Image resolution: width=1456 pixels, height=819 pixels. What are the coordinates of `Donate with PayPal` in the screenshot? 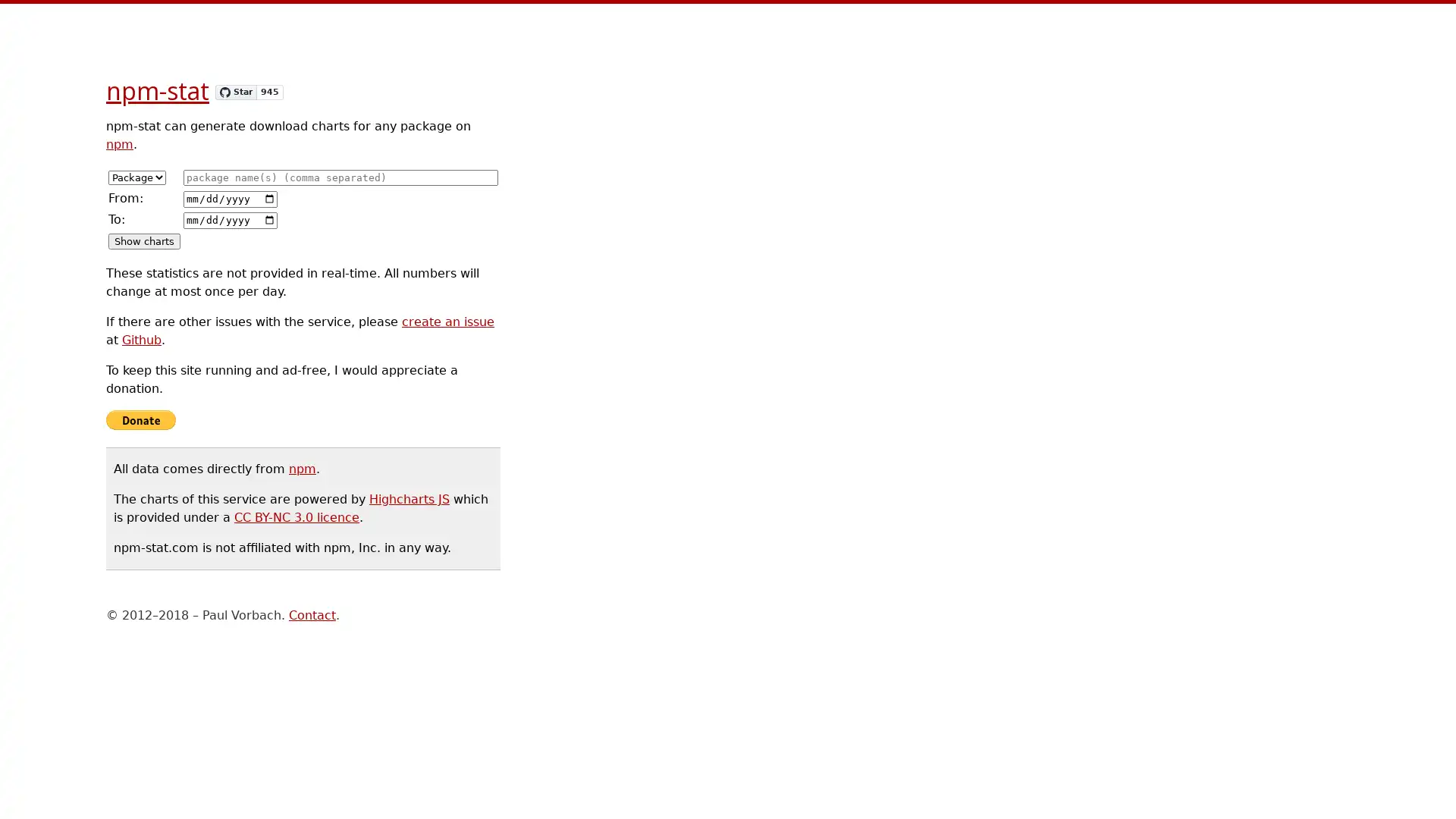 It's located at (141, 420).